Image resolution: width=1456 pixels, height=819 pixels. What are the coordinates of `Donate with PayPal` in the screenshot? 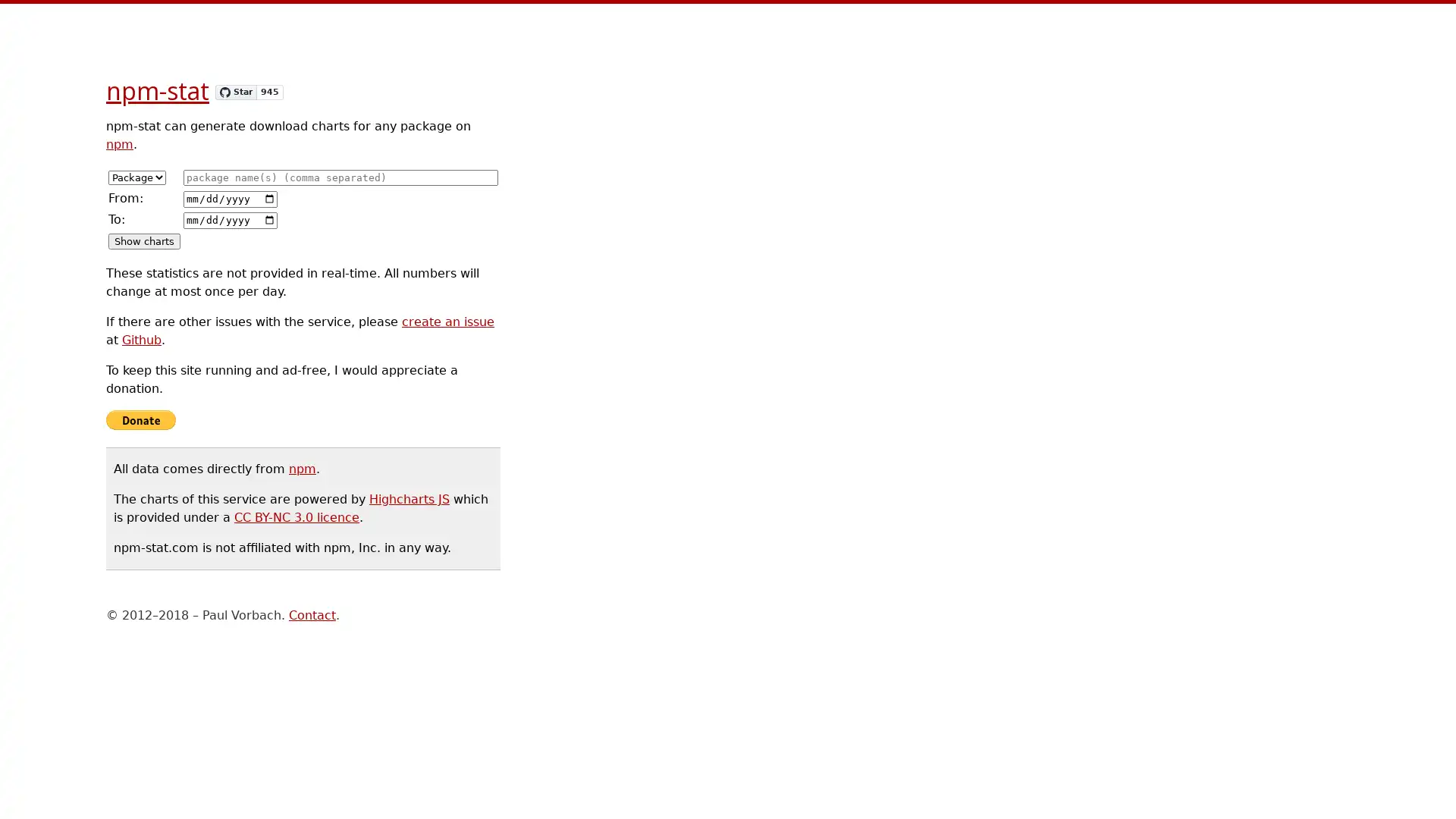 It's located at (141, 420).